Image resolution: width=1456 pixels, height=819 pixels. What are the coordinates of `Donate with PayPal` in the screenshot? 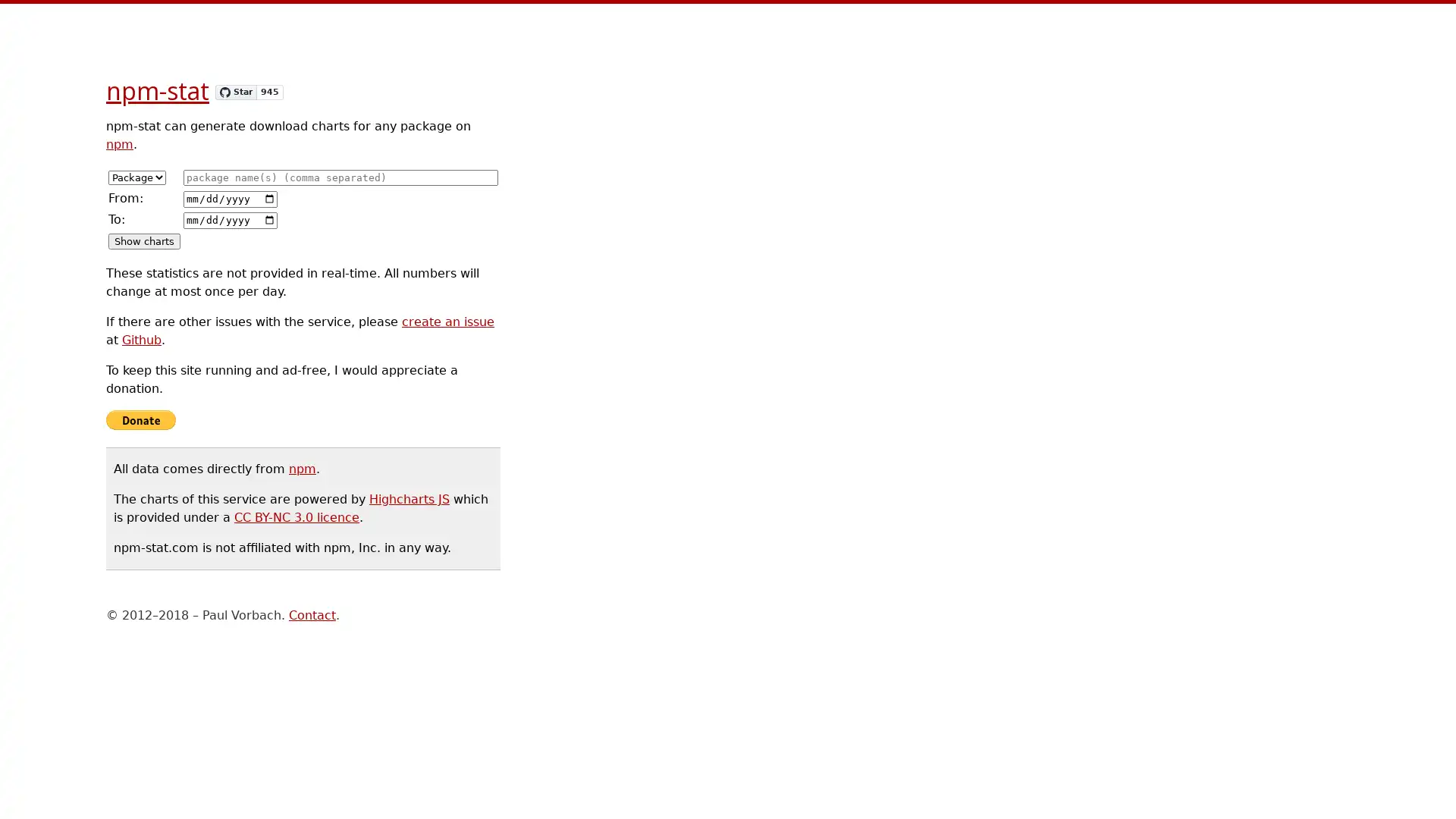 It's located at (141, 420).